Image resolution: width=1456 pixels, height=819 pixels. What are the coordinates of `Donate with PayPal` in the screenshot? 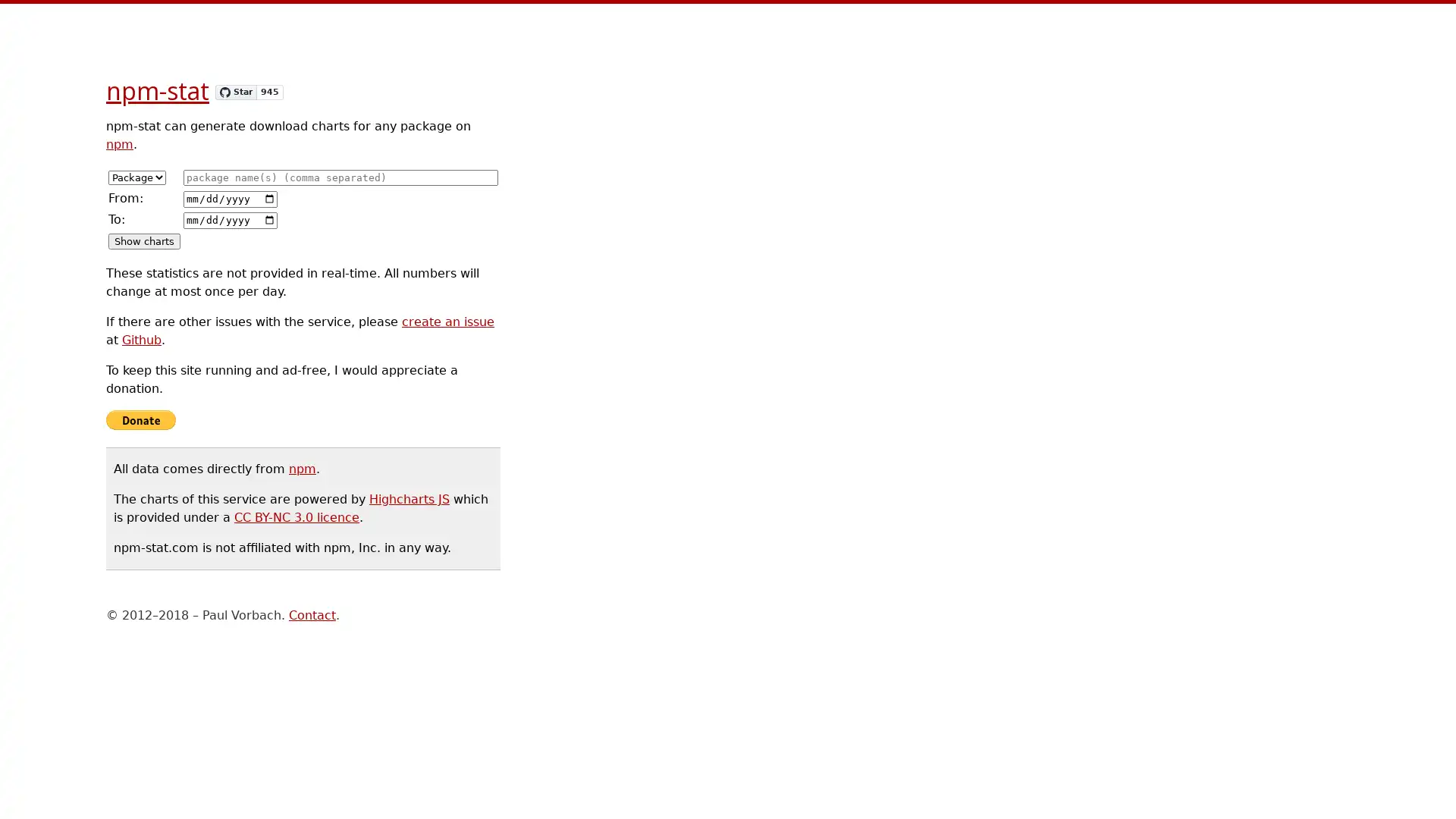 It's located at (141, 420).